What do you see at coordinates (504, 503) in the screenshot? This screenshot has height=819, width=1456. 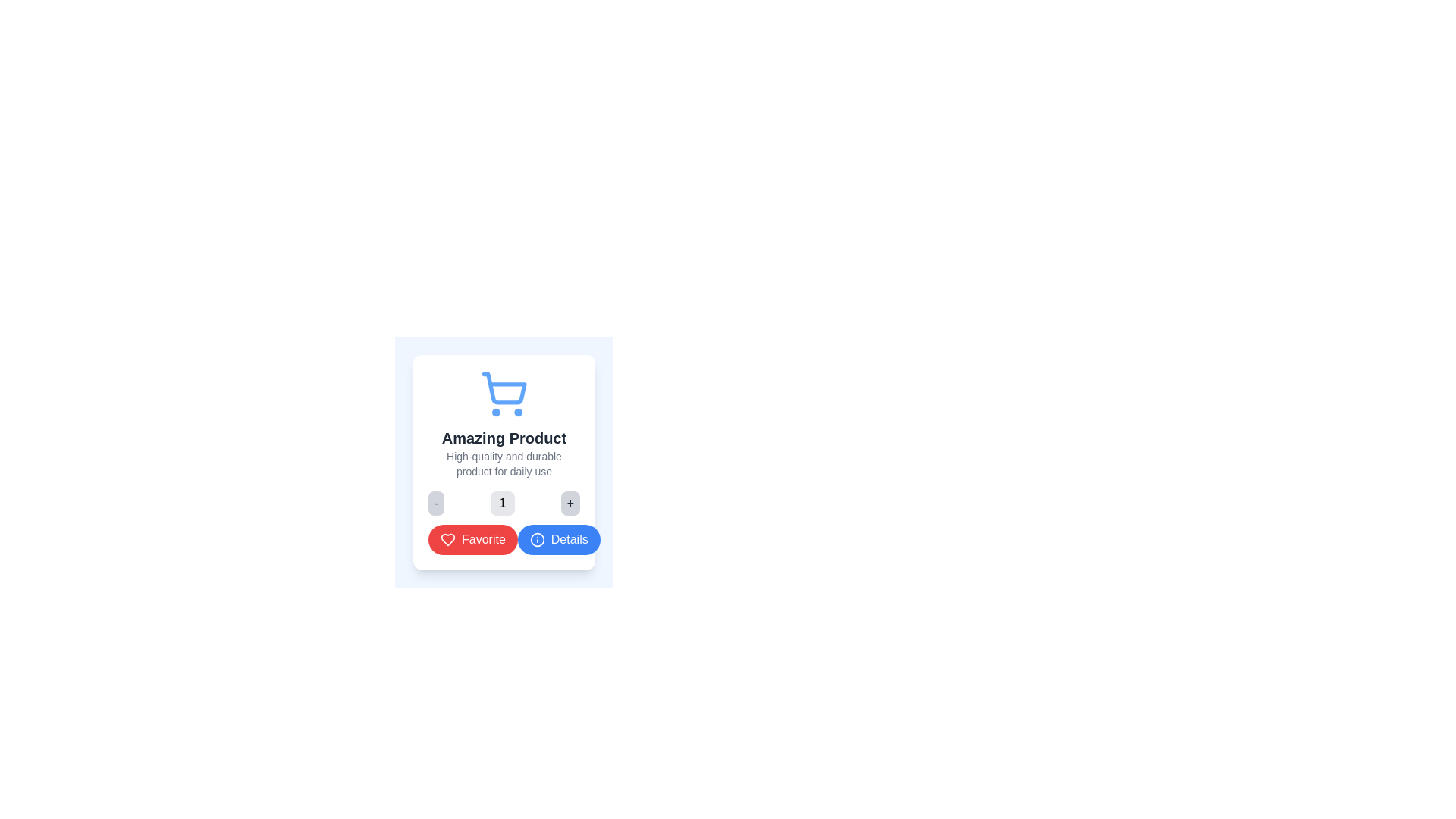 I see `the '+' button of the Stepper control located below the product description to increase the value` at bounding box center [504, 503].